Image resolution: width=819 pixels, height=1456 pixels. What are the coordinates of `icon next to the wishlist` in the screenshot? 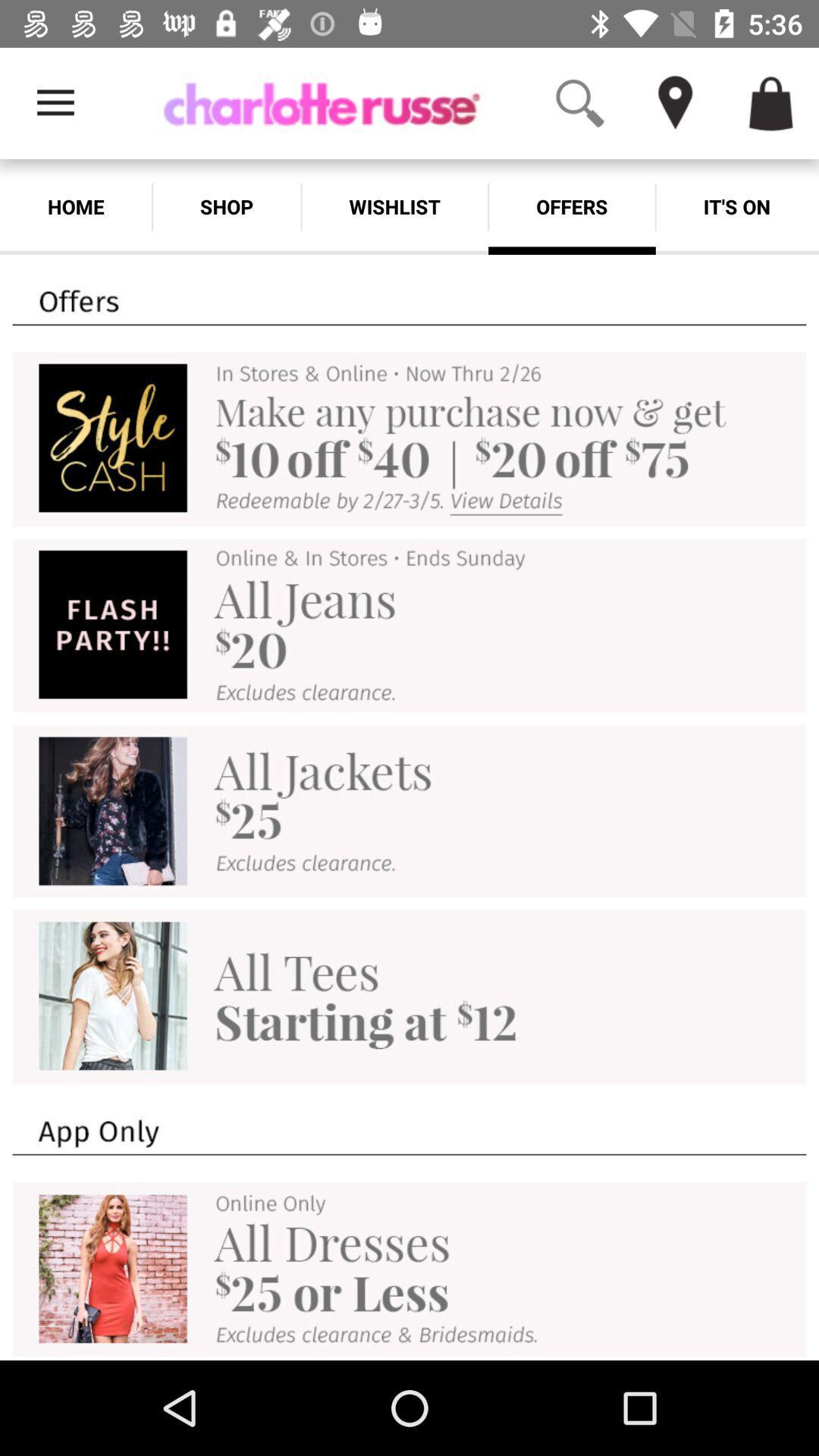 It's located at (227, 206).